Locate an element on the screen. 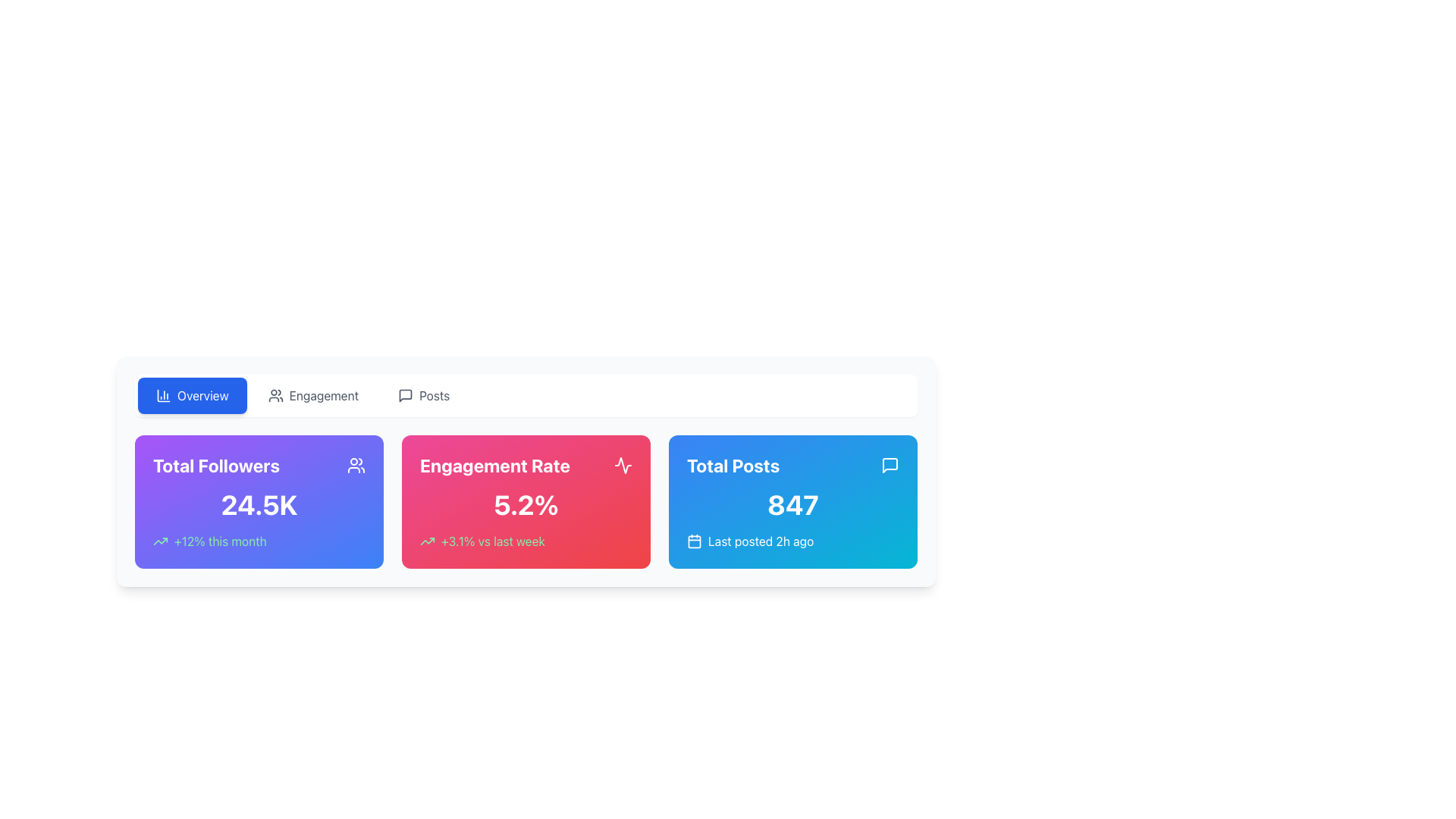 The image size is (1456, 819). the static text indicator '+12% this month' with an upward-trending arrow icon, styled in green, located at the bottom-left corner of the 'Total Followers' panel is located at coordinates (259, 540).